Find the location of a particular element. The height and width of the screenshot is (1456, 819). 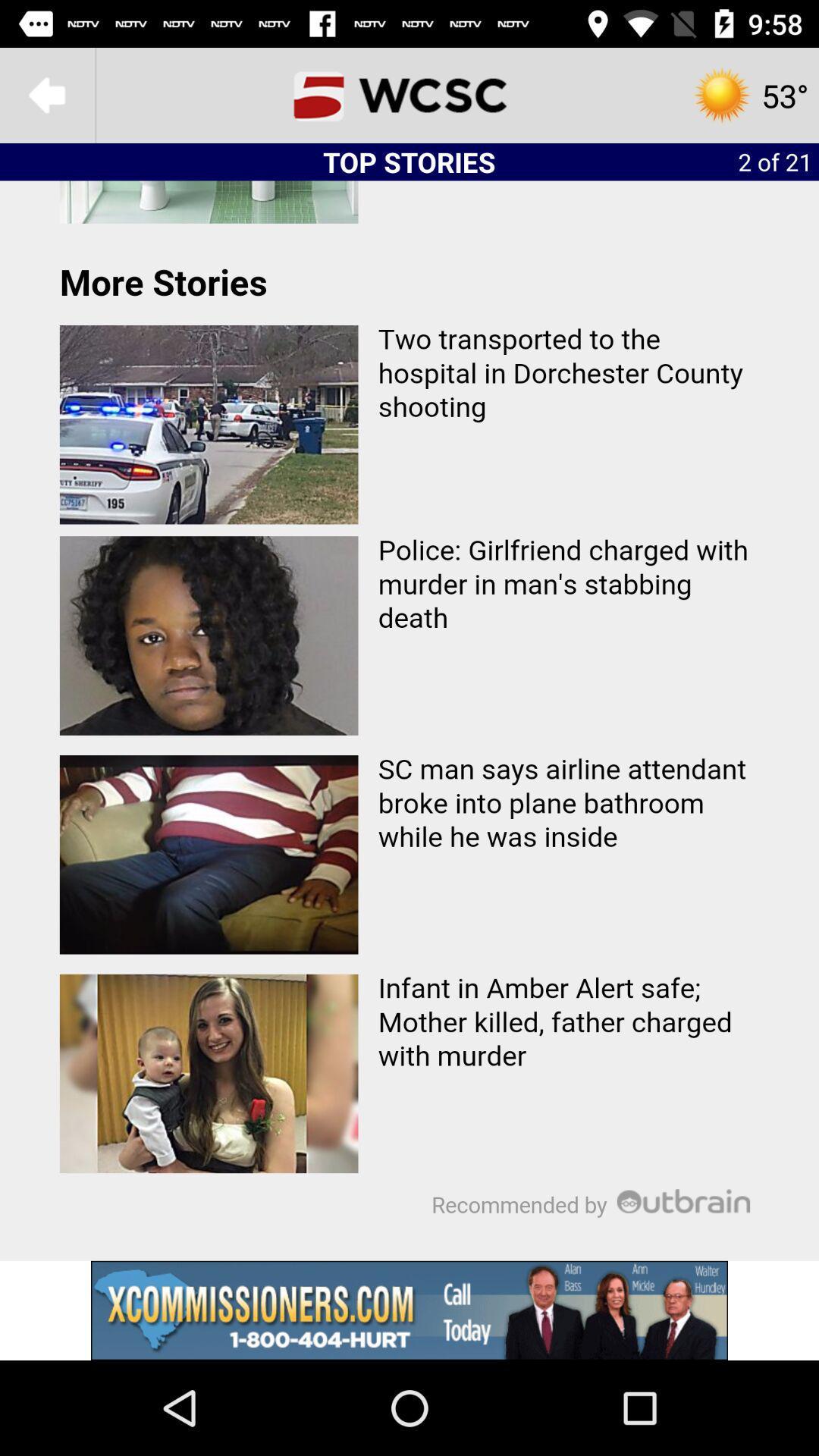

the arrow_backward icon is located at coordinates (46, 94).